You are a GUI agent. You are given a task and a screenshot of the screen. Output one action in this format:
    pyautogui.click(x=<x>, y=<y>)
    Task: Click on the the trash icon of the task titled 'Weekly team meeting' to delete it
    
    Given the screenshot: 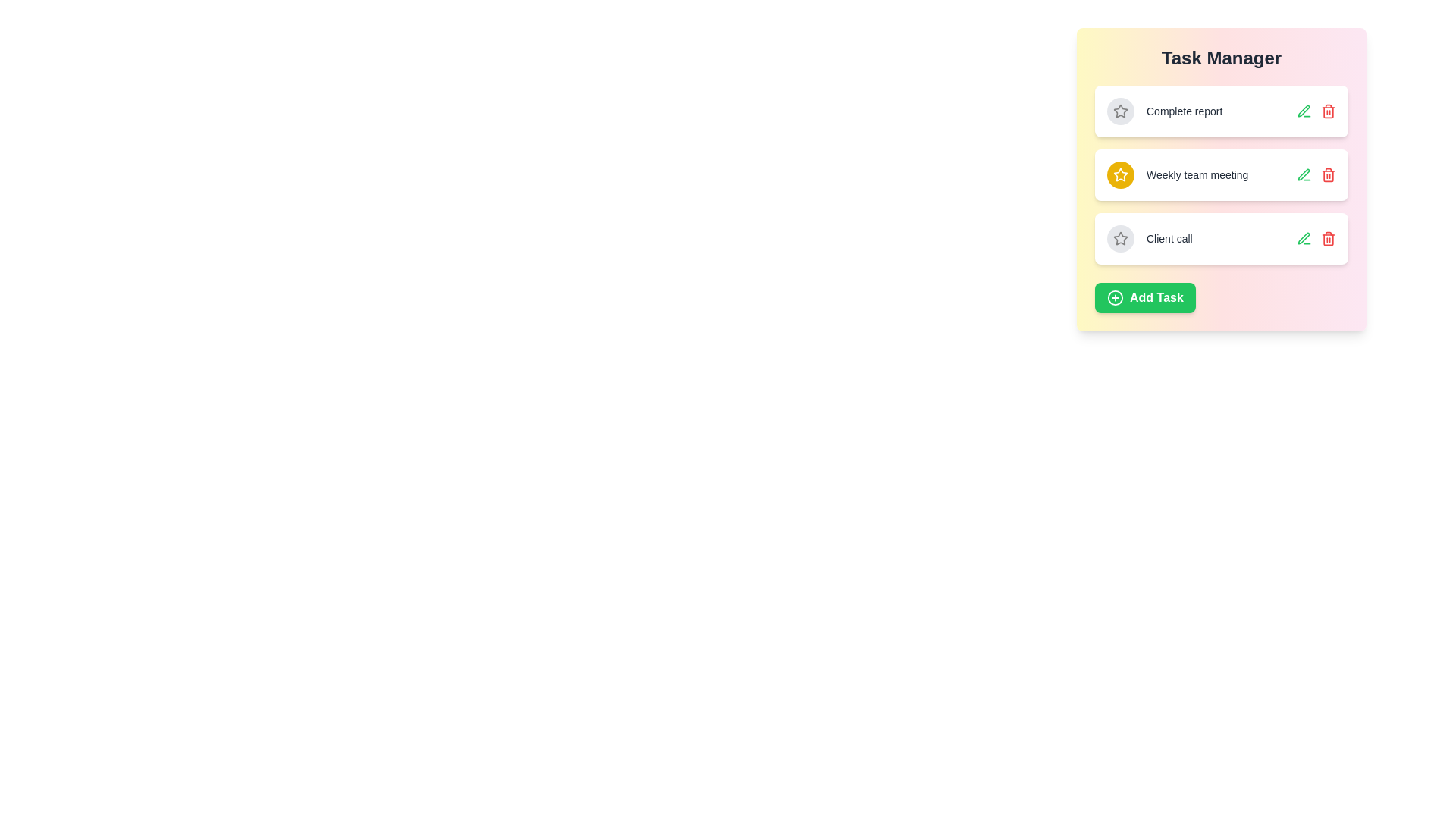 What is the action you would take?
    pyautogui.click(x=1328, y=174)
    